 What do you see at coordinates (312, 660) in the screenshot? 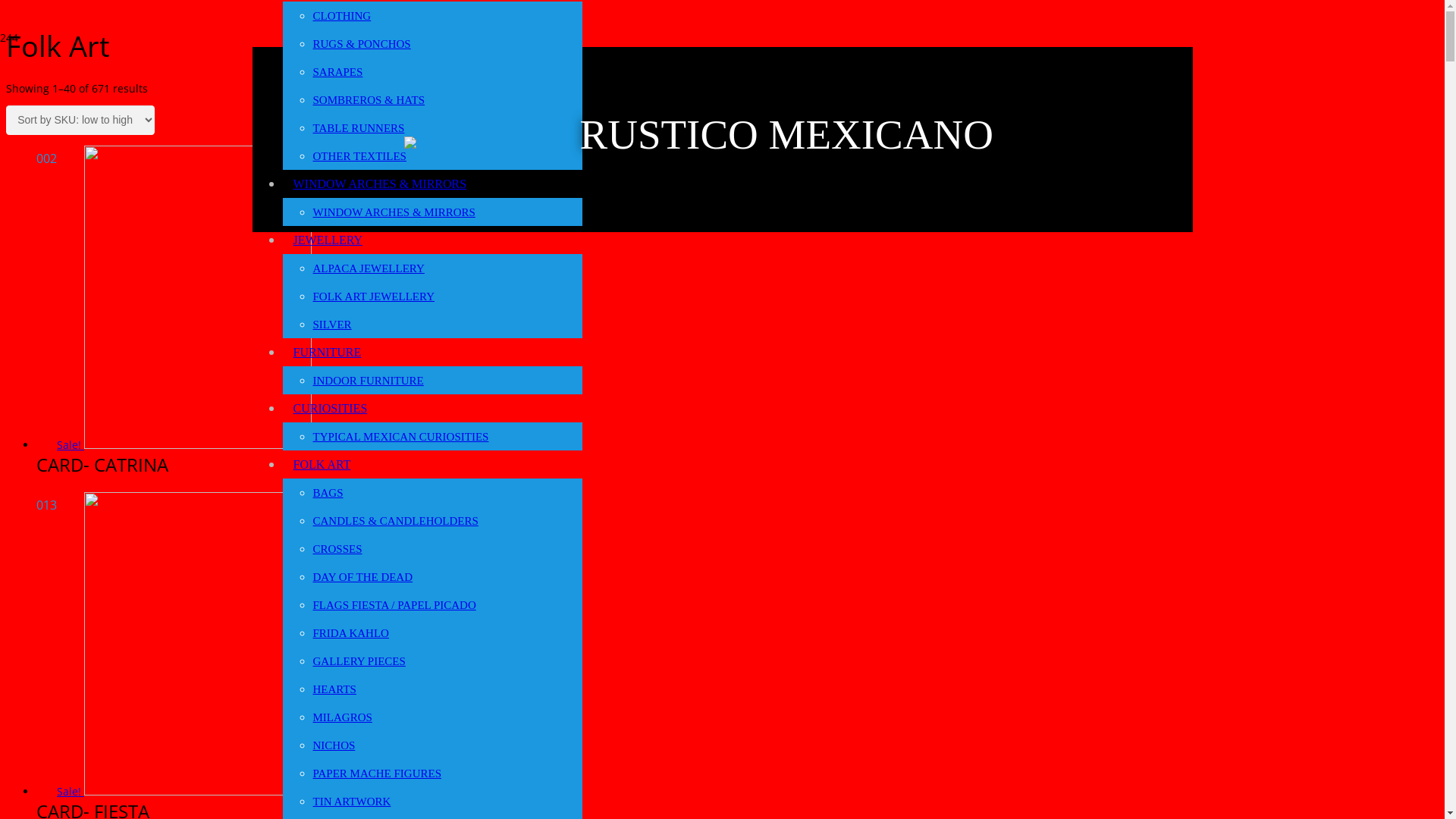
I see `'GALLERY PIECES'` at bounding box center [312, 660].